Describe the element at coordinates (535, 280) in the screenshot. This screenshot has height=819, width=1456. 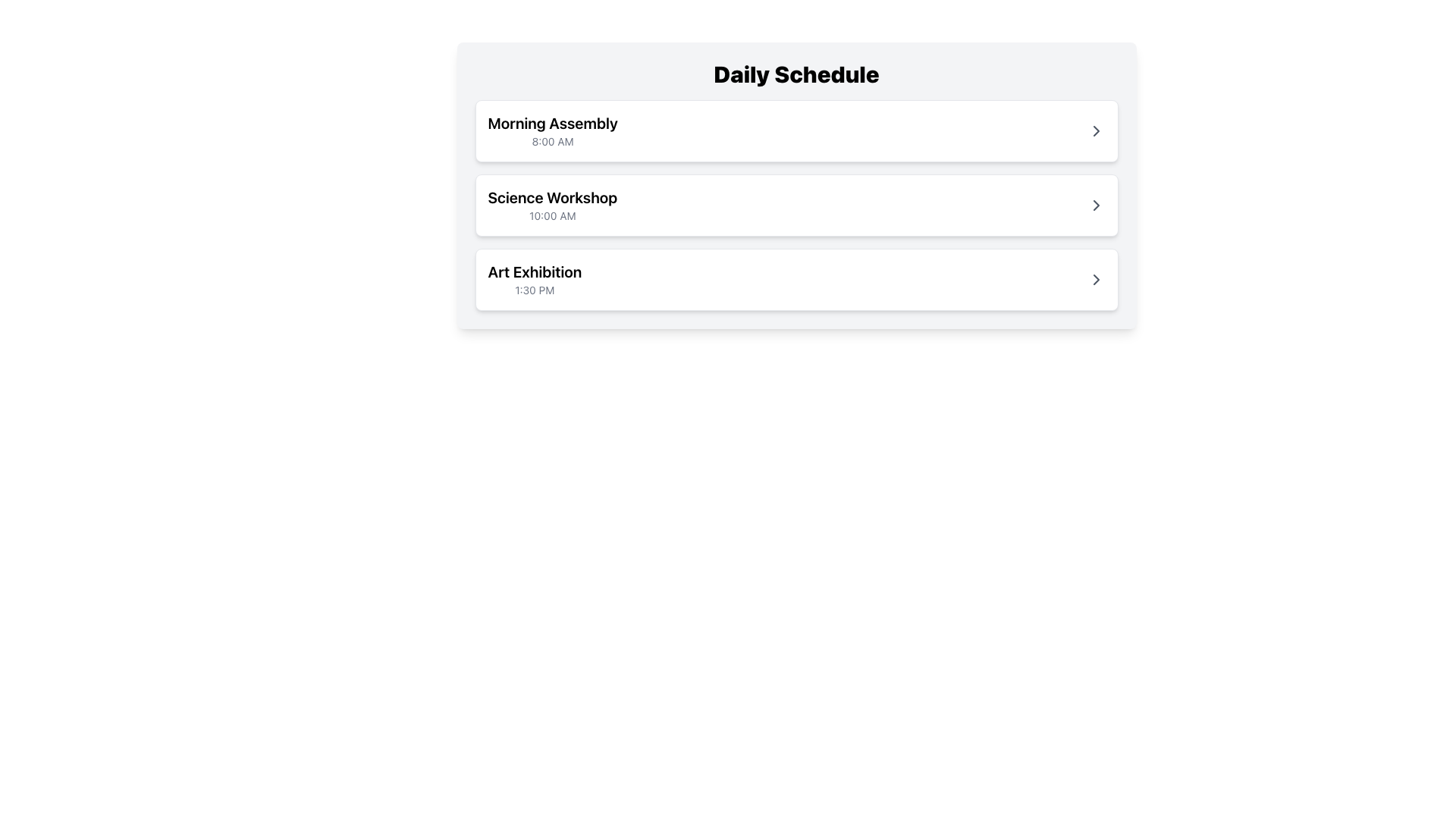
I see `the text block displaying event details for 'Art Exhibition' scheduled at '1:30 PM', which is part of the third entry in the 'Daily Schedule'` at that location.